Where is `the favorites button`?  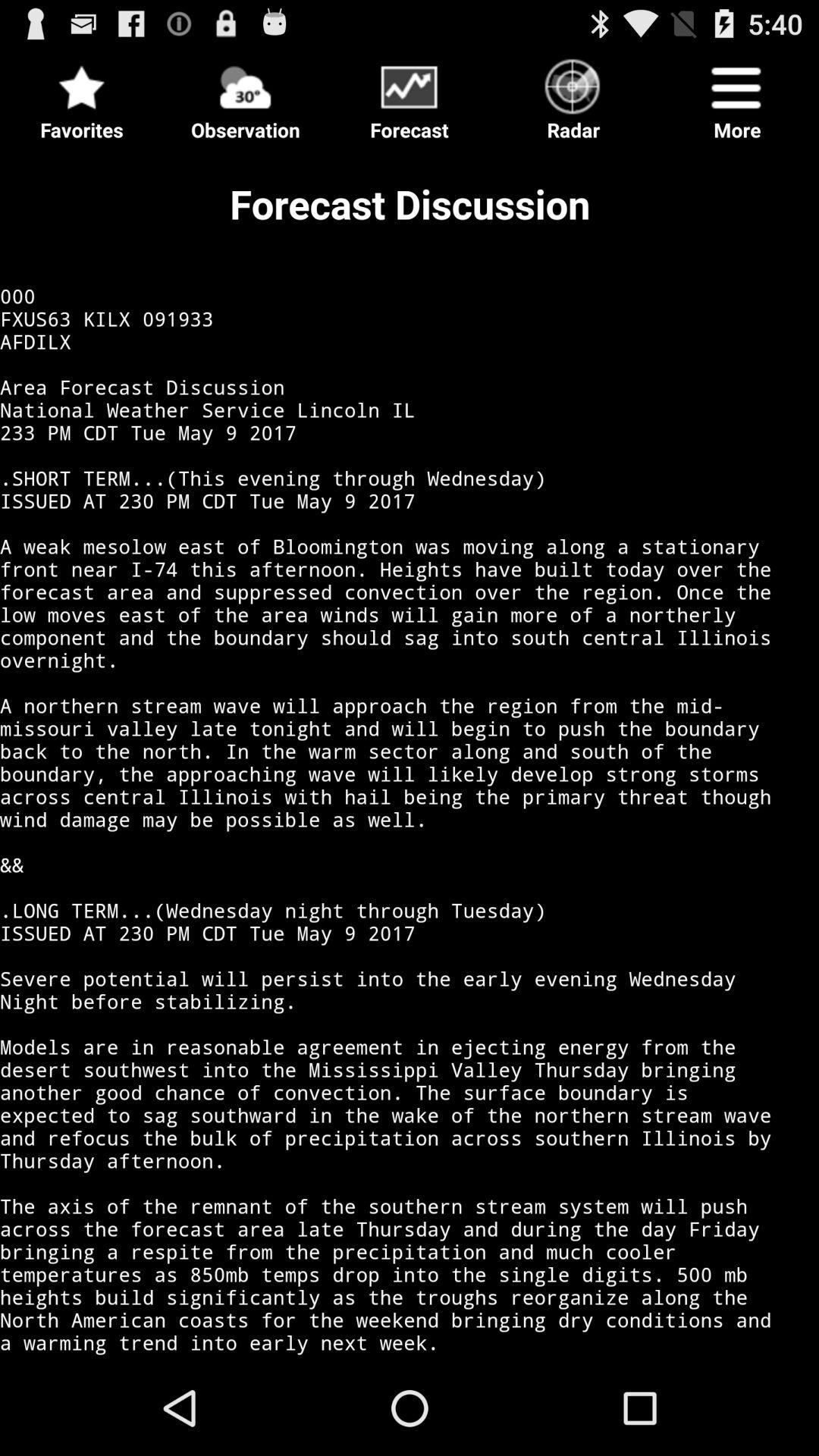
the favorites button is located at coordinates (82, 94).